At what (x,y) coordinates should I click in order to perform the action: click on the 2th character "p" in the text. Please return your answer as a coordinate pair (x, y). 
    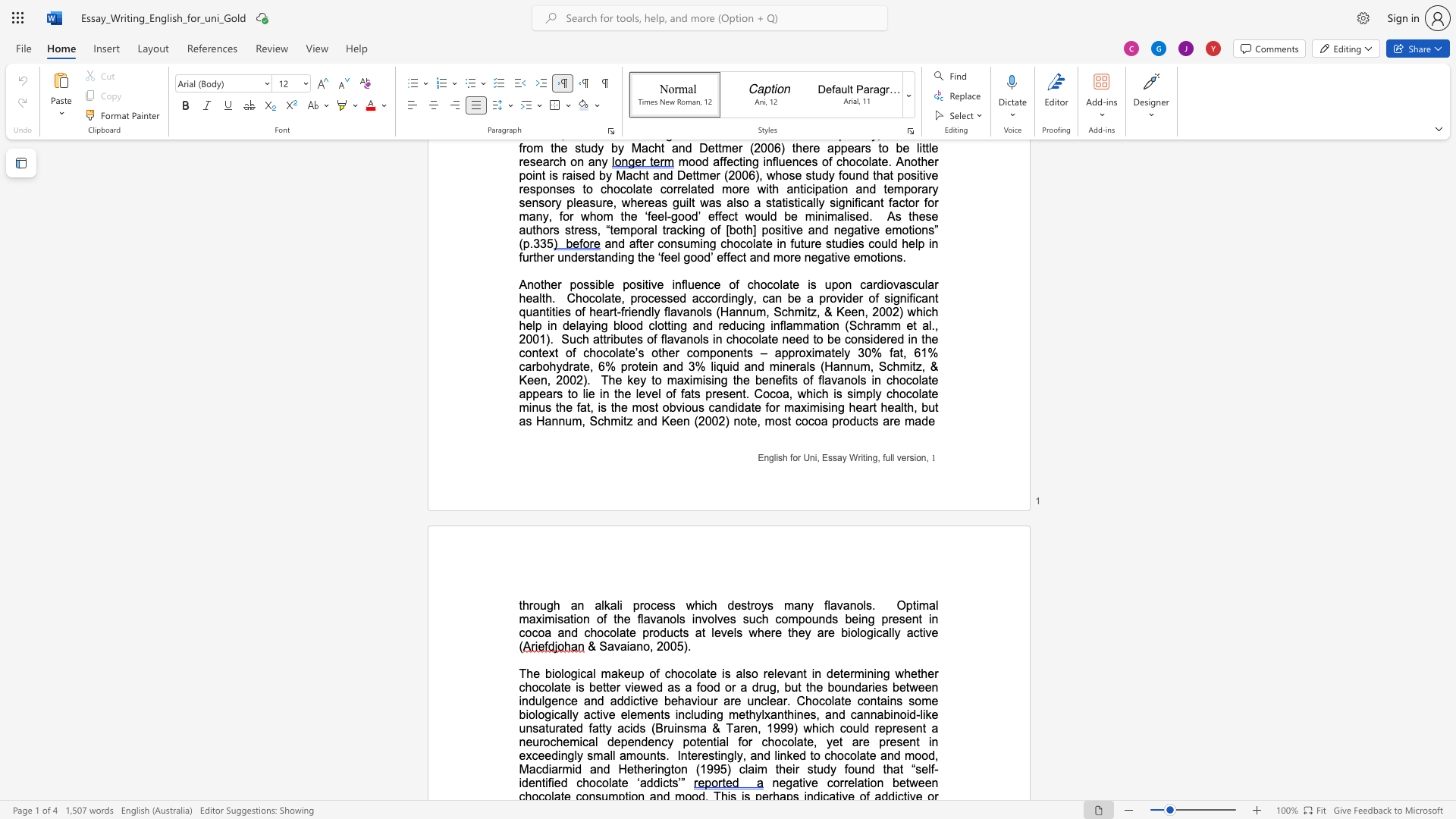
    Looking at the image, I should click on (686, 741).